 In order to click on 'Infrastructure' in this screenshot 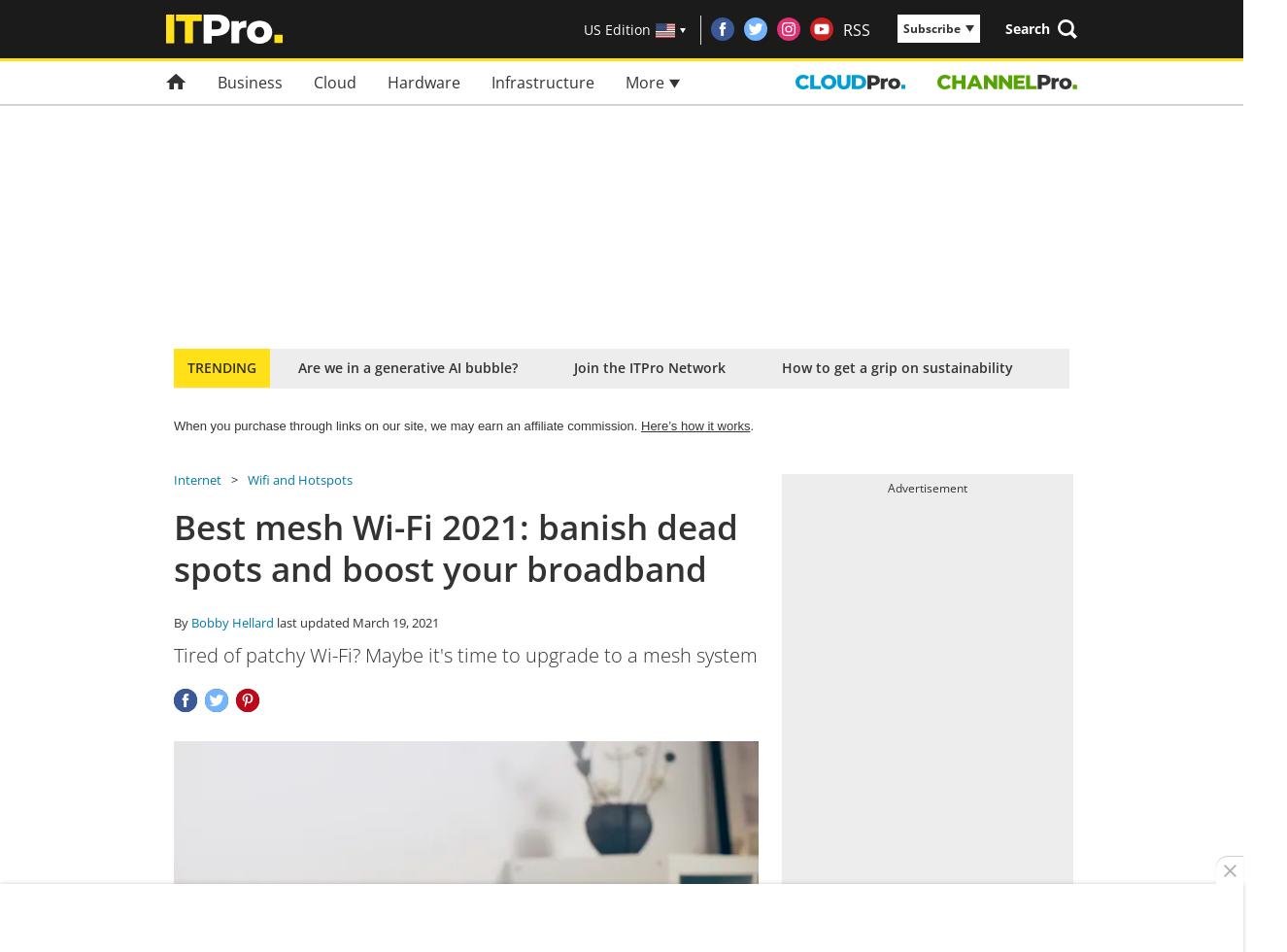, I will do `click(543, 82)`.